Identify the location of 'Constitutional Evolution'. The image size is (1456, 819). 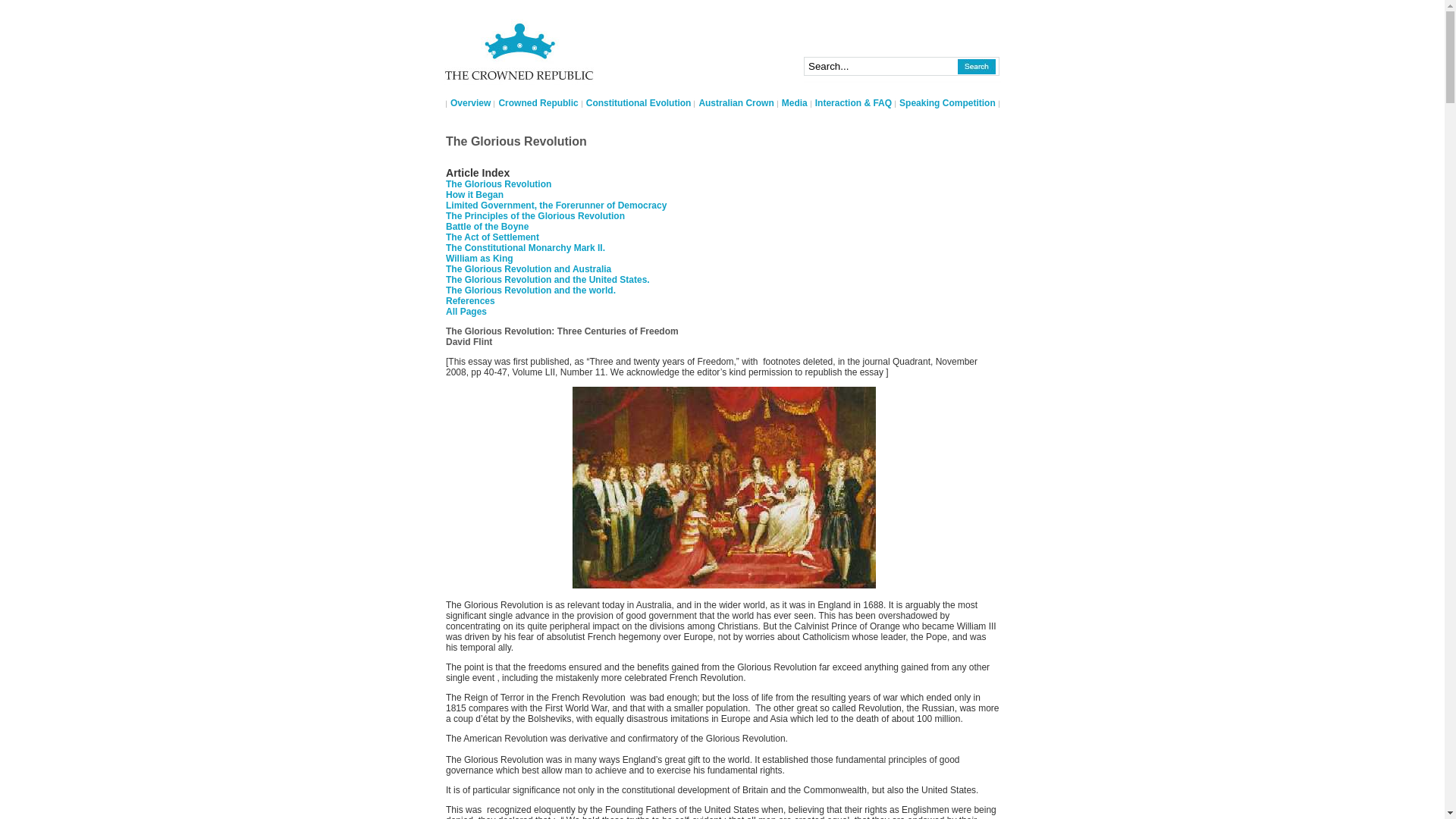
(639, 102).